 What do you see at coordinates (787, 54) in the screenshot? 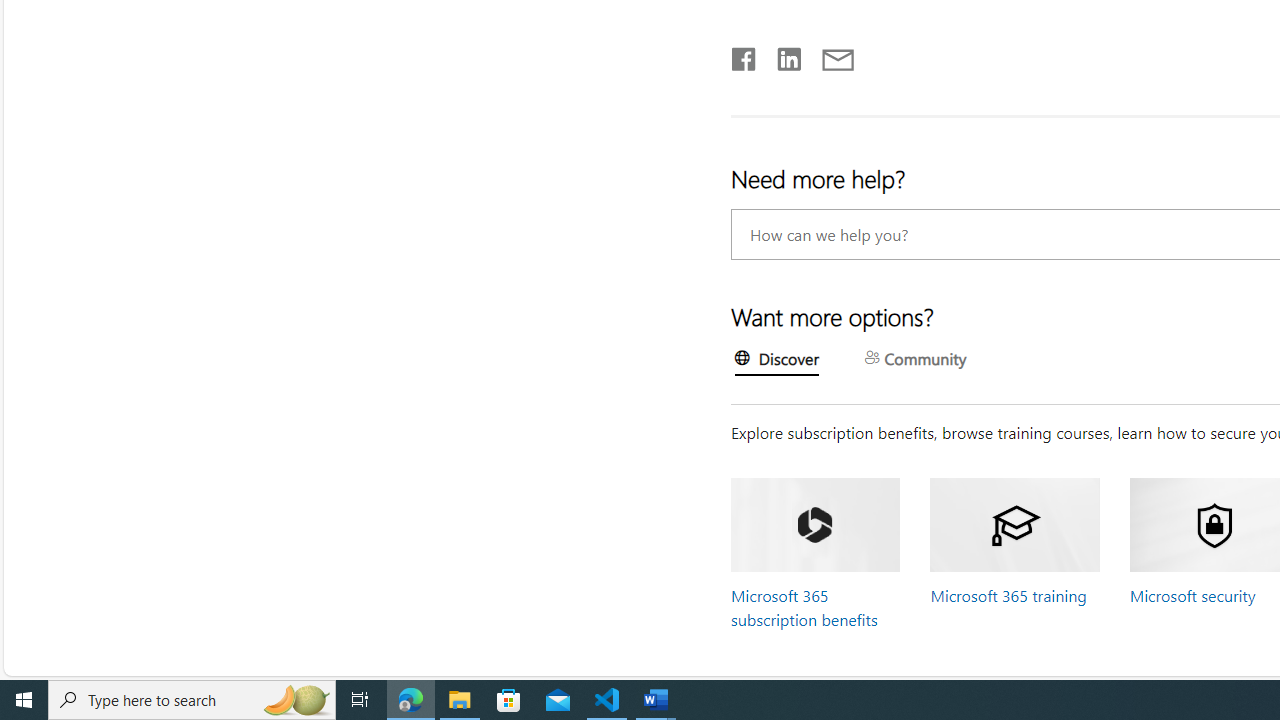
I see `'LinkedIn'` at bounding box center [787, 54].